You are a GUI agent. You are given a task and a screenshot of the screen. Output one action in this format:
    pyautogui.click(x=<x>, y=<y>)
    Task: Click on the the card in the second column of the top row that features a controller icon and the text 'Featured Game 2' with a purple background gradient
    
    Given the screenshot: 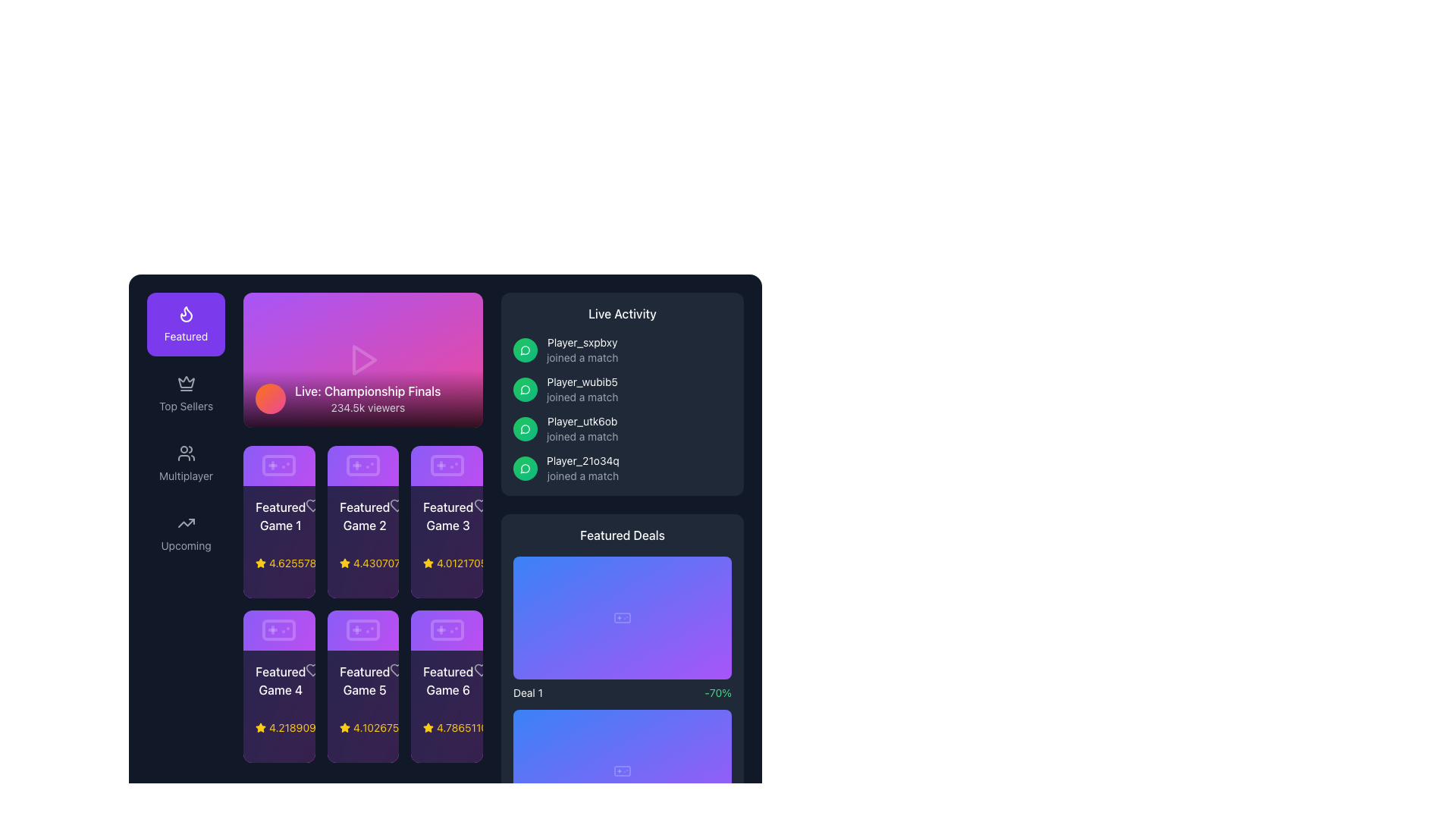 What is the action you would take?
    pyautogui.click(x=362, y=521)
    